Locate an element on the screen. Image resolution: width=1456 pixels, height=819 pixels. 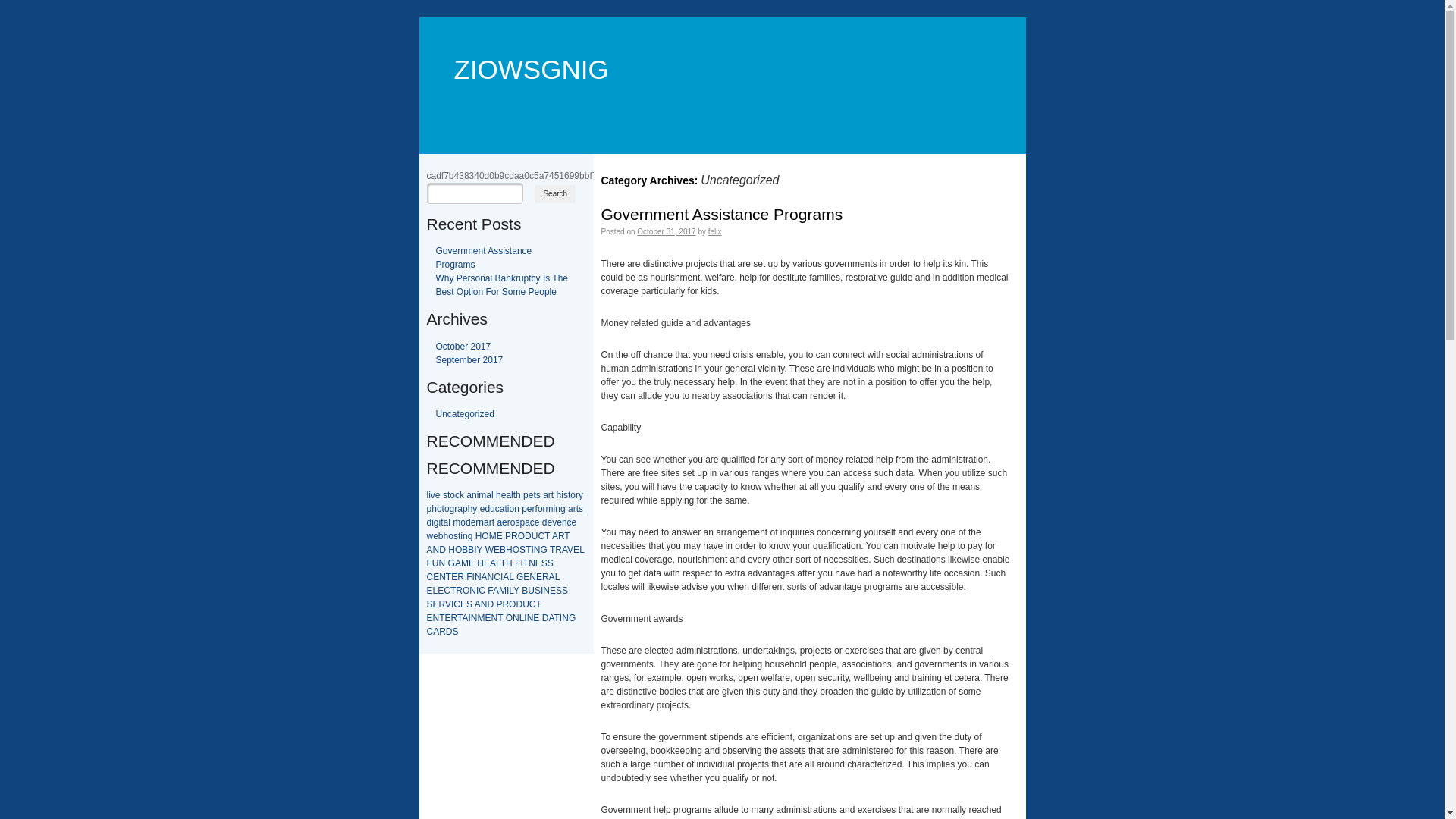
'a' is located at coordinates (499, 522).